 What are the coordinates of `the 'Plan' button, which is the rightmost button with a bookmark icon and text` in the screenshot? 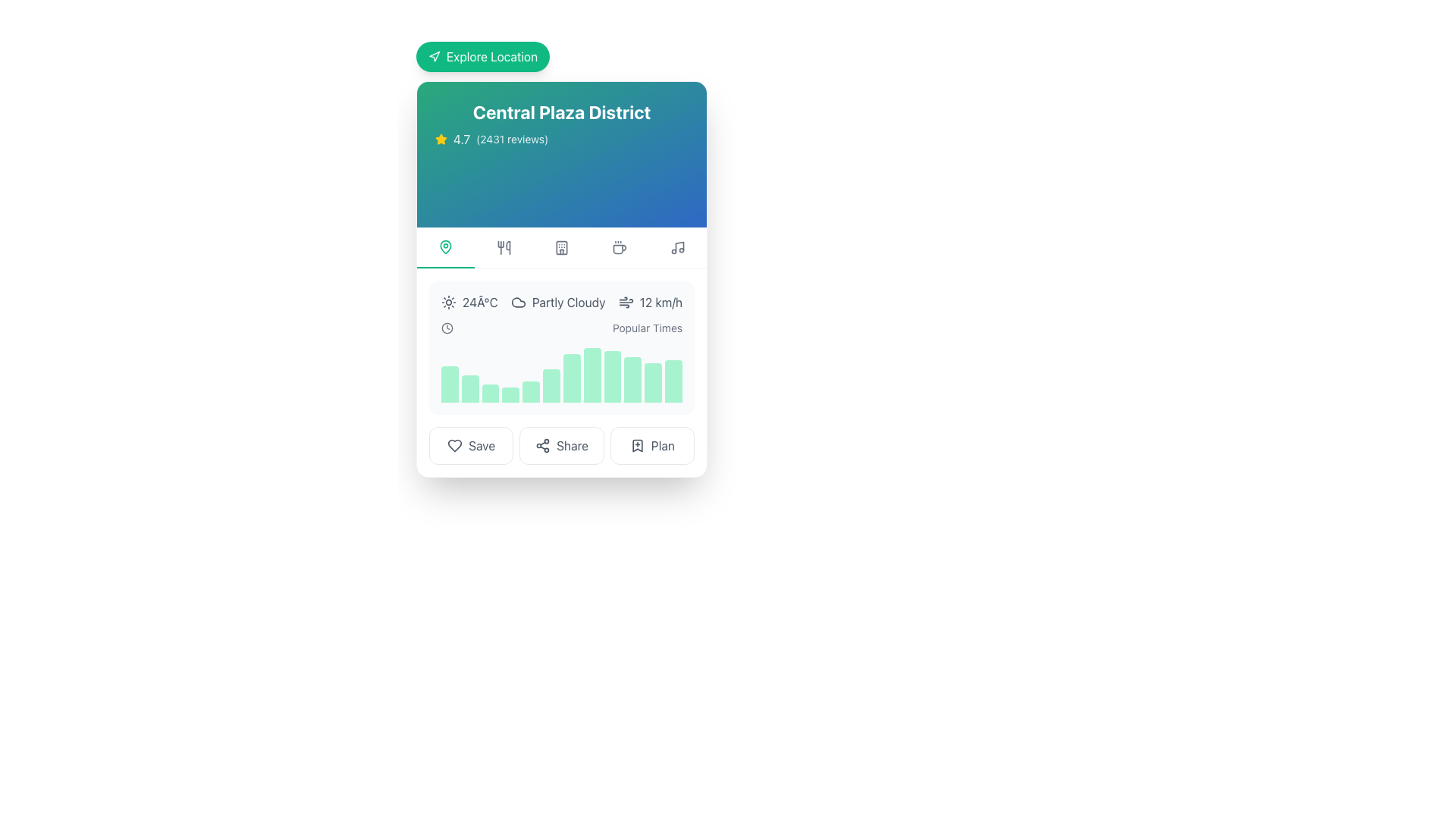 It's located at (652, 444).